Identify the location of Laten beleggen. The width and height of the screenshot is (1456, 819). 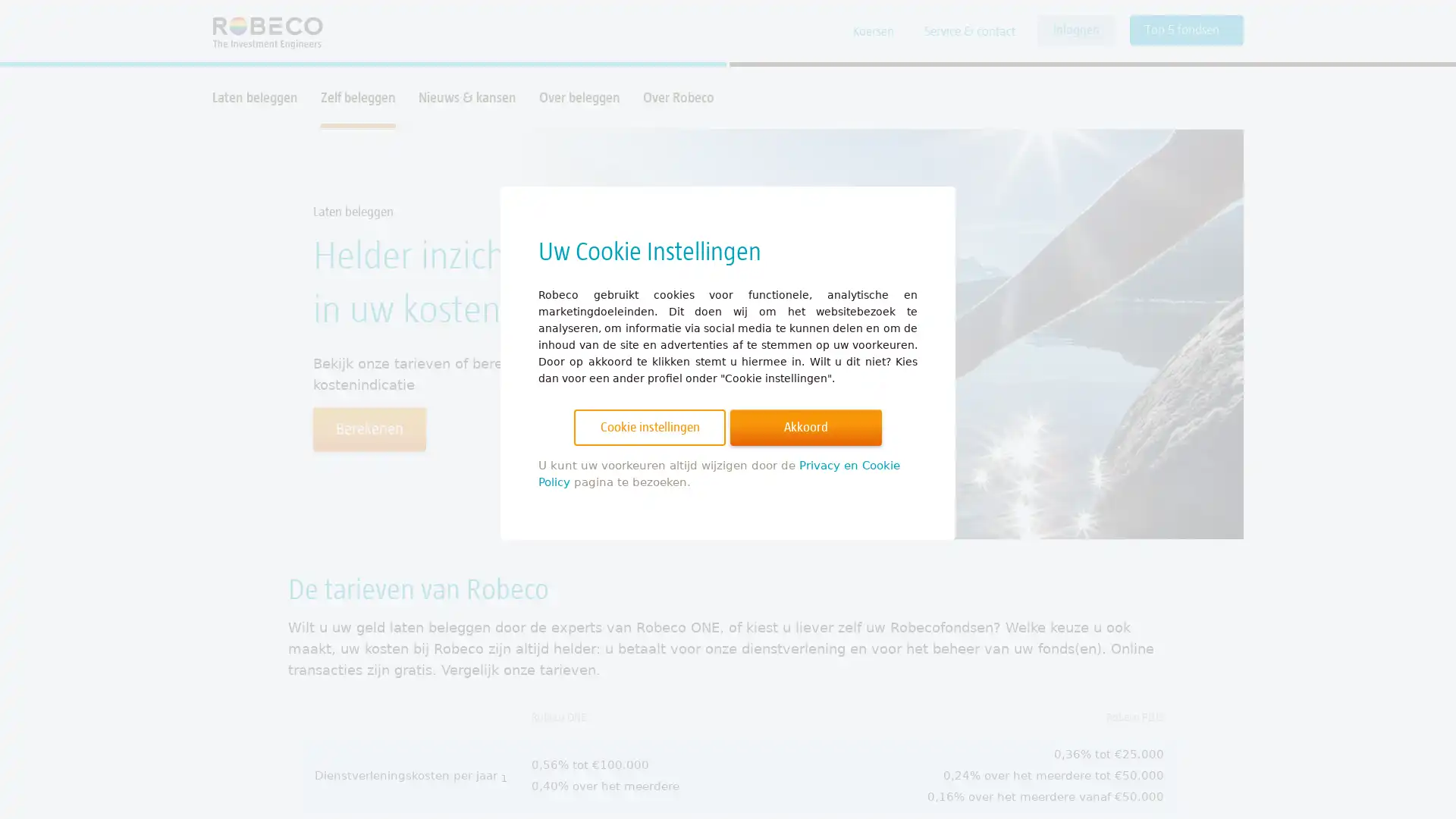
(255, 97).